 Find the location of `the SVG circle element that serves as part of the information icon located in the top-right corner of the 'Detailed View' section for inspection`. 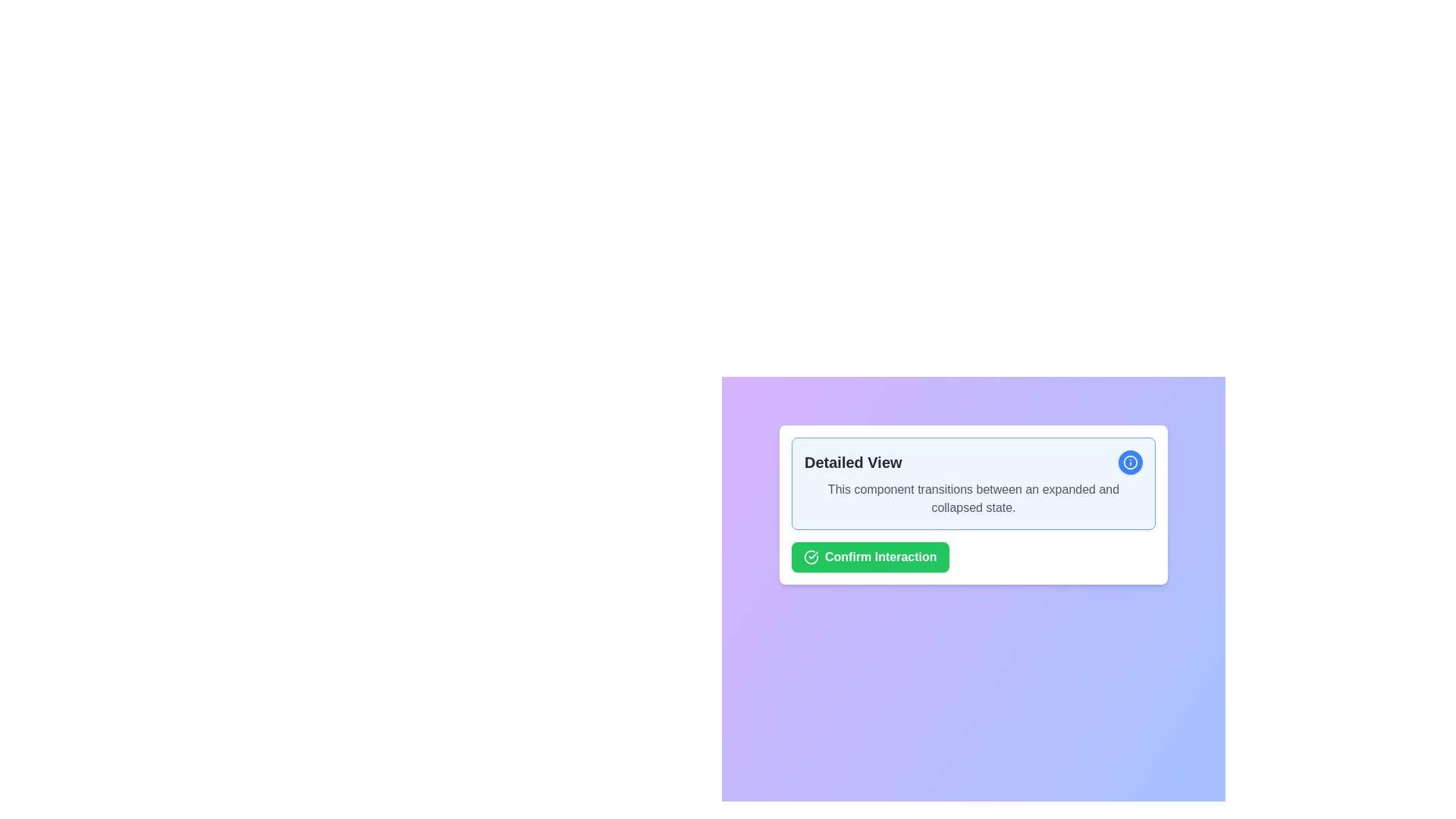

the SVG circle element that serves as part of the information icon located in the top-right corner of the 'Detailed View' section for inspection is located at coordinates (1131, 461).